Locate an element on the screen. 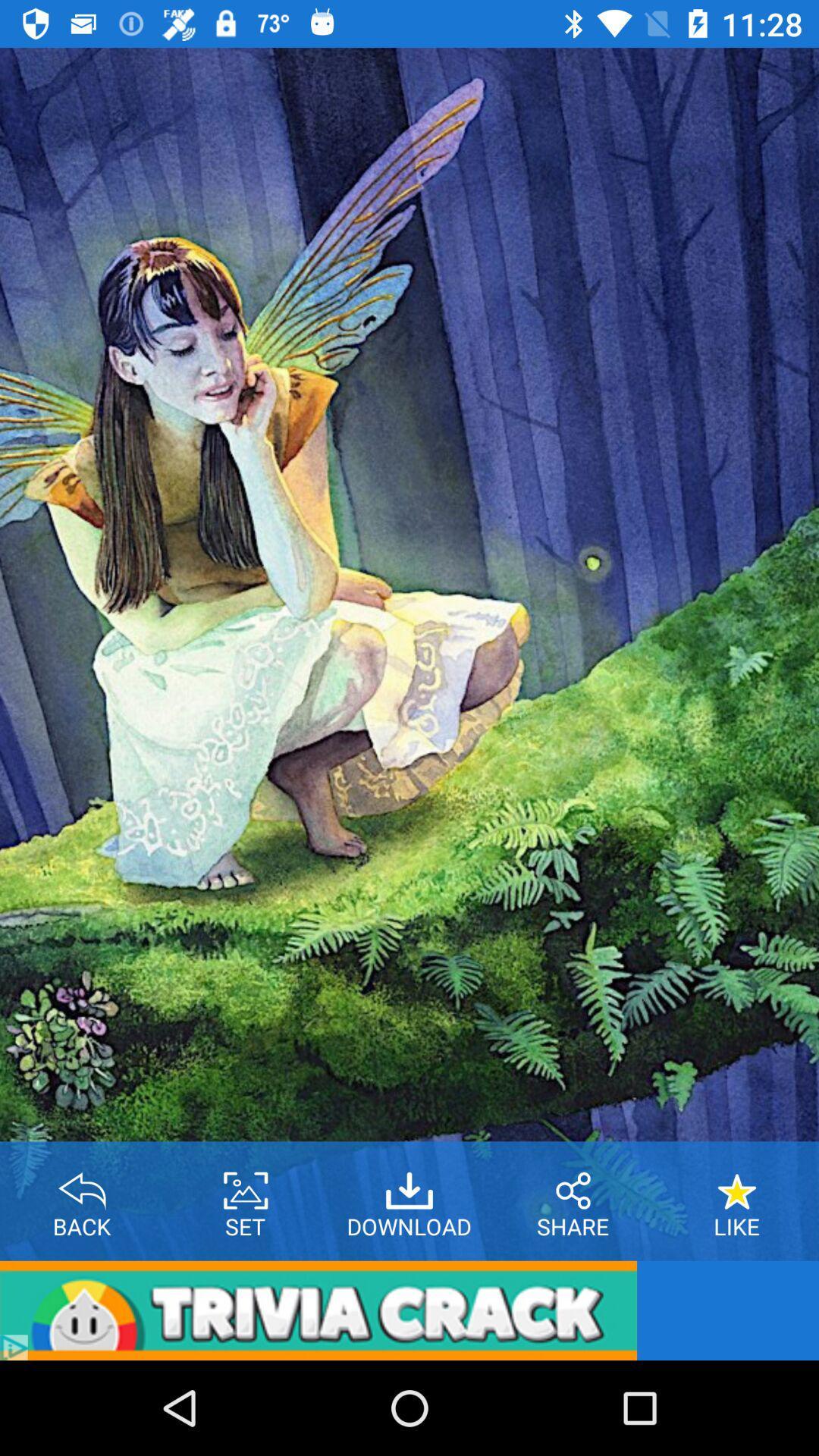 The width and height of the screenshot is (819, 1456). back button is located at coordinates (82, 1185).